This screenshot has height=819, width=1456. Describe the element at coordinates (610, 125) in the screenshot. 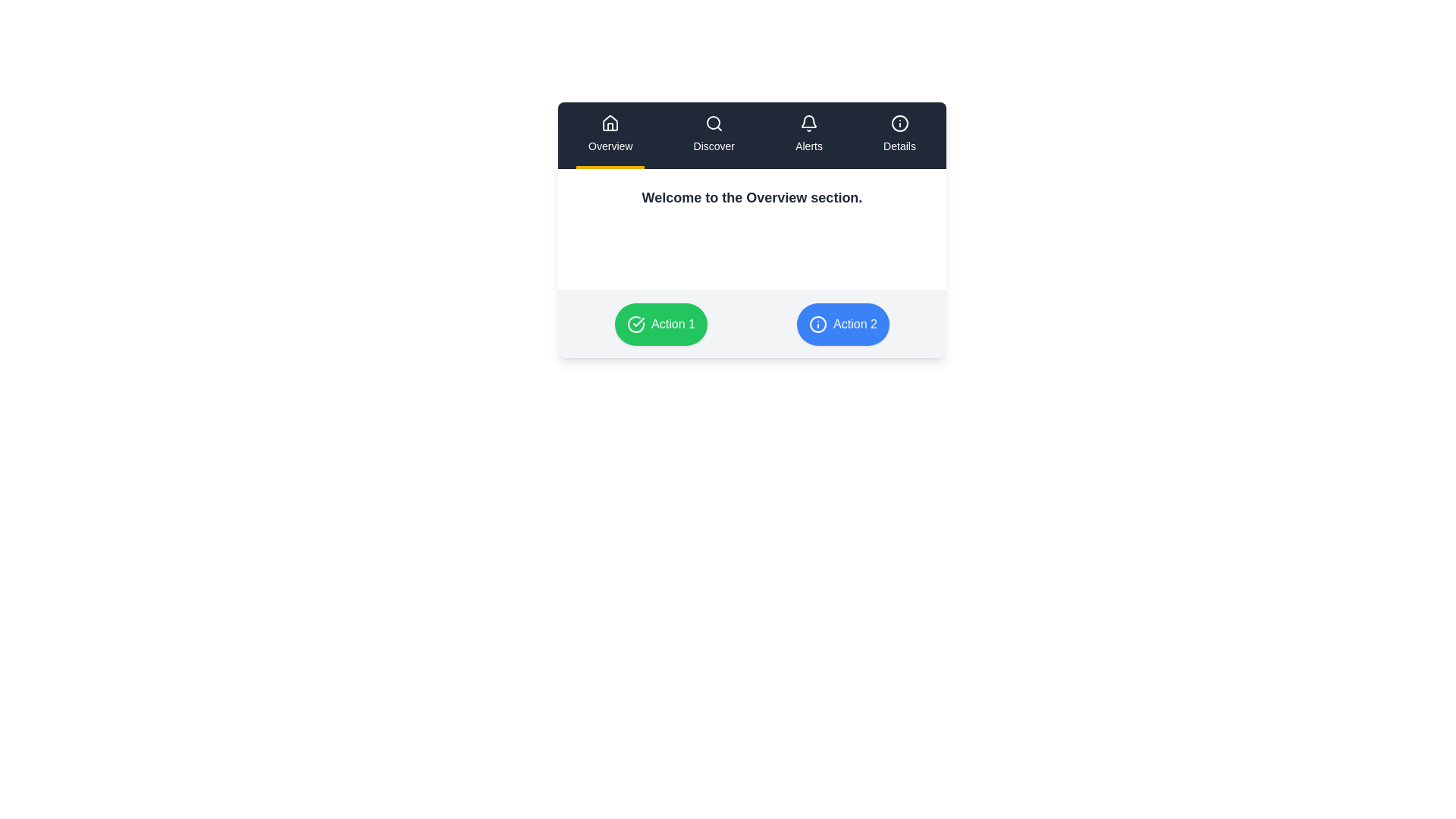

I see `the 'home' navigation icon located in the top-left corner of the navigation bar` at that location.